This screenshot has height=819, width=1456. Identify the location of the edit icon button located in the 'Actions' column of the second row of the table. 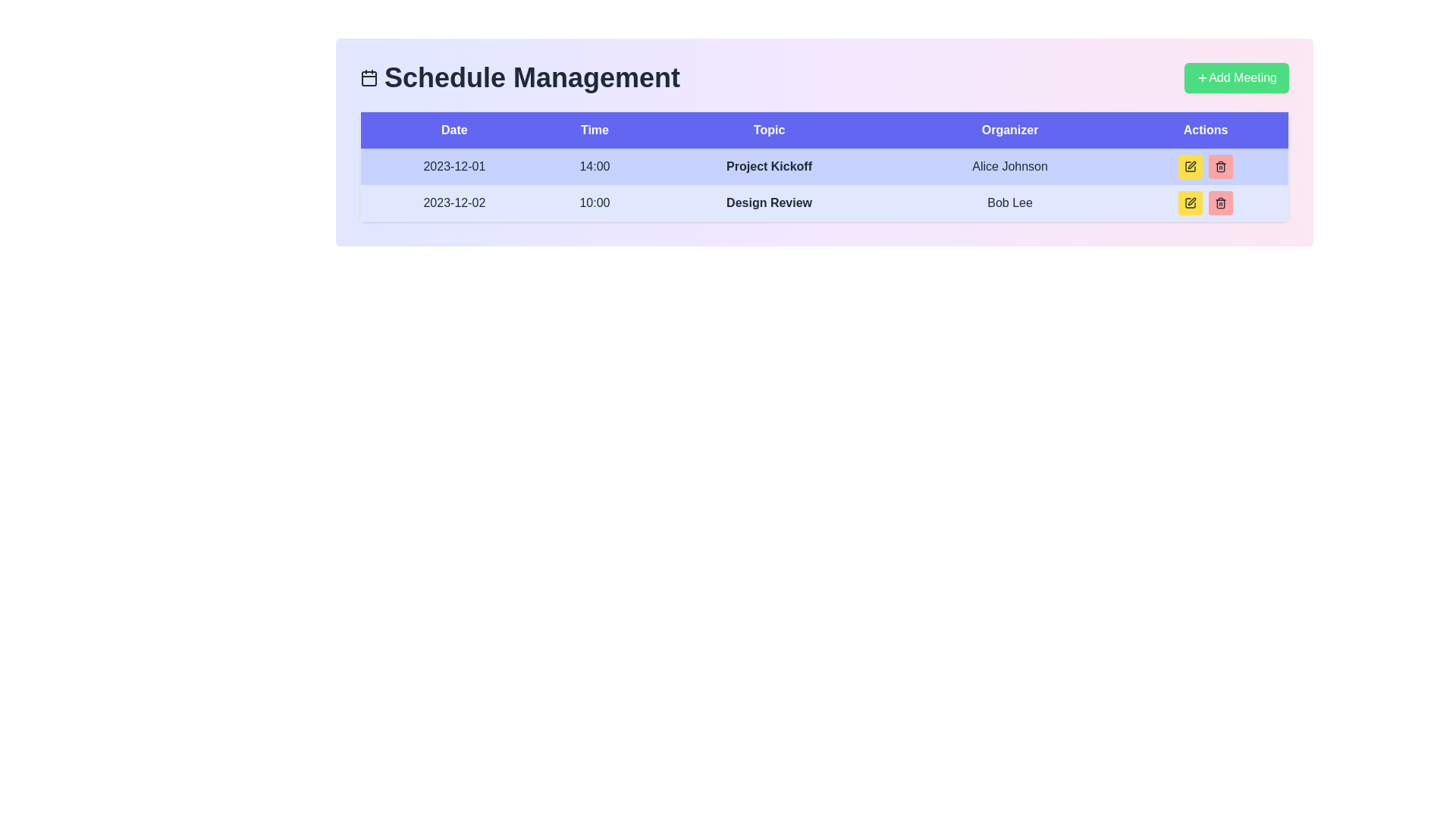
(1189, 166).